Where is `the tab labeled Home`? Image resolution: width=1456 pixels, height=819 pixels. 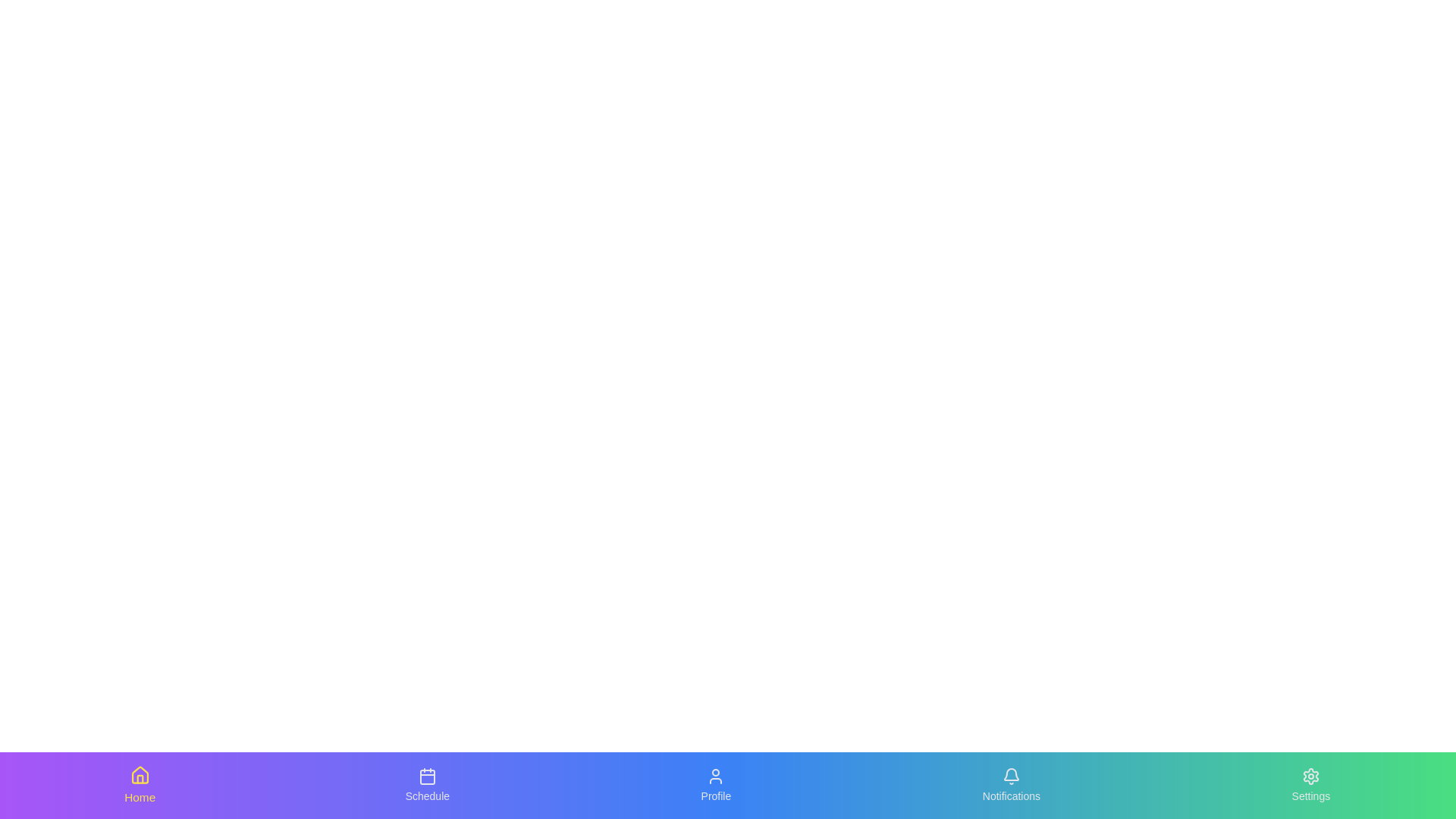 the tab labeled Home is located at coordinates (139, 785).